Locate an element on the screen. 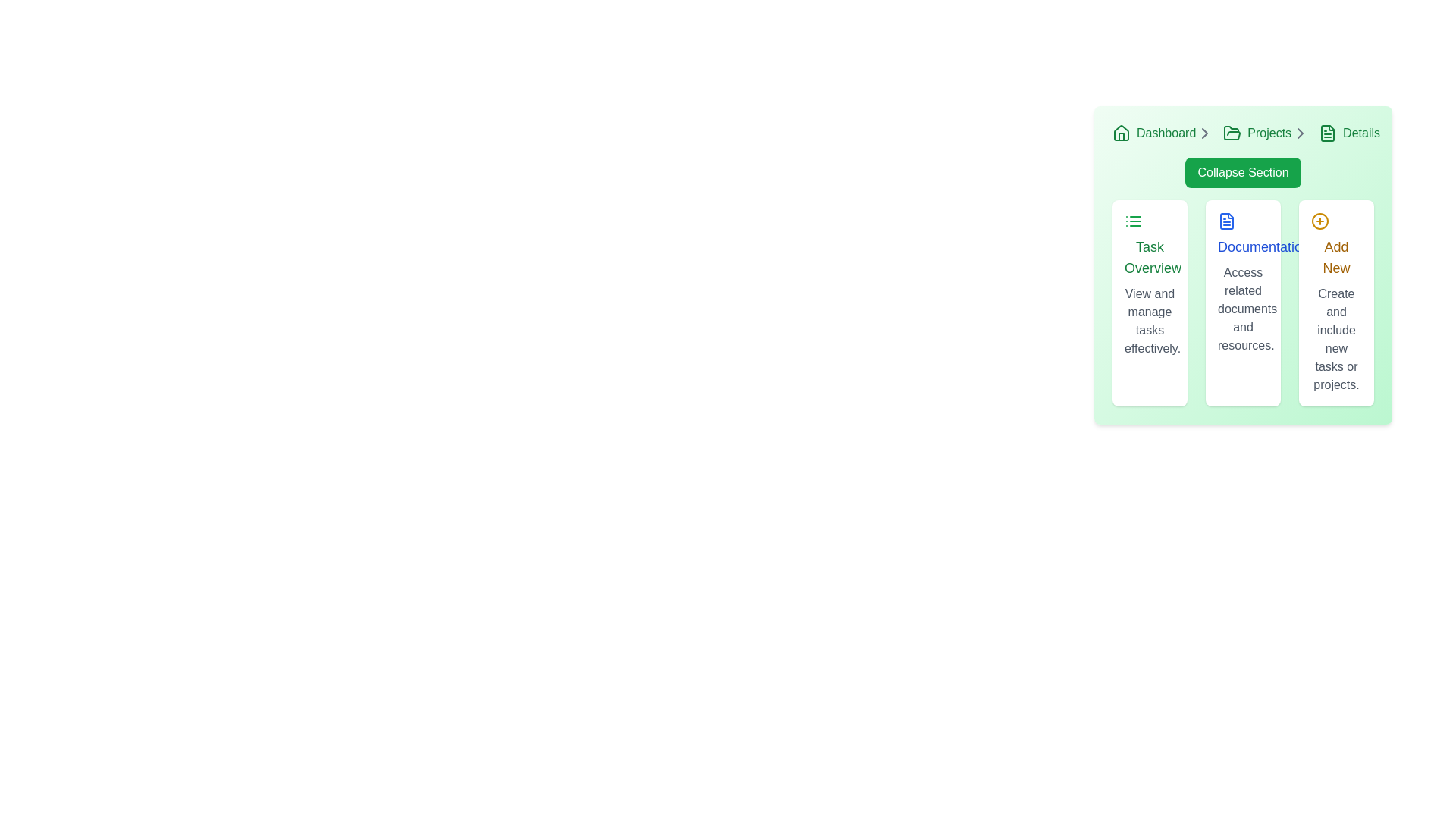  the 'Projects' breadcrumb navigation link, which is the second item in the breadcrumb navigation between 'Dashboard' and 'Details' is located at coordinates (1266, 133).